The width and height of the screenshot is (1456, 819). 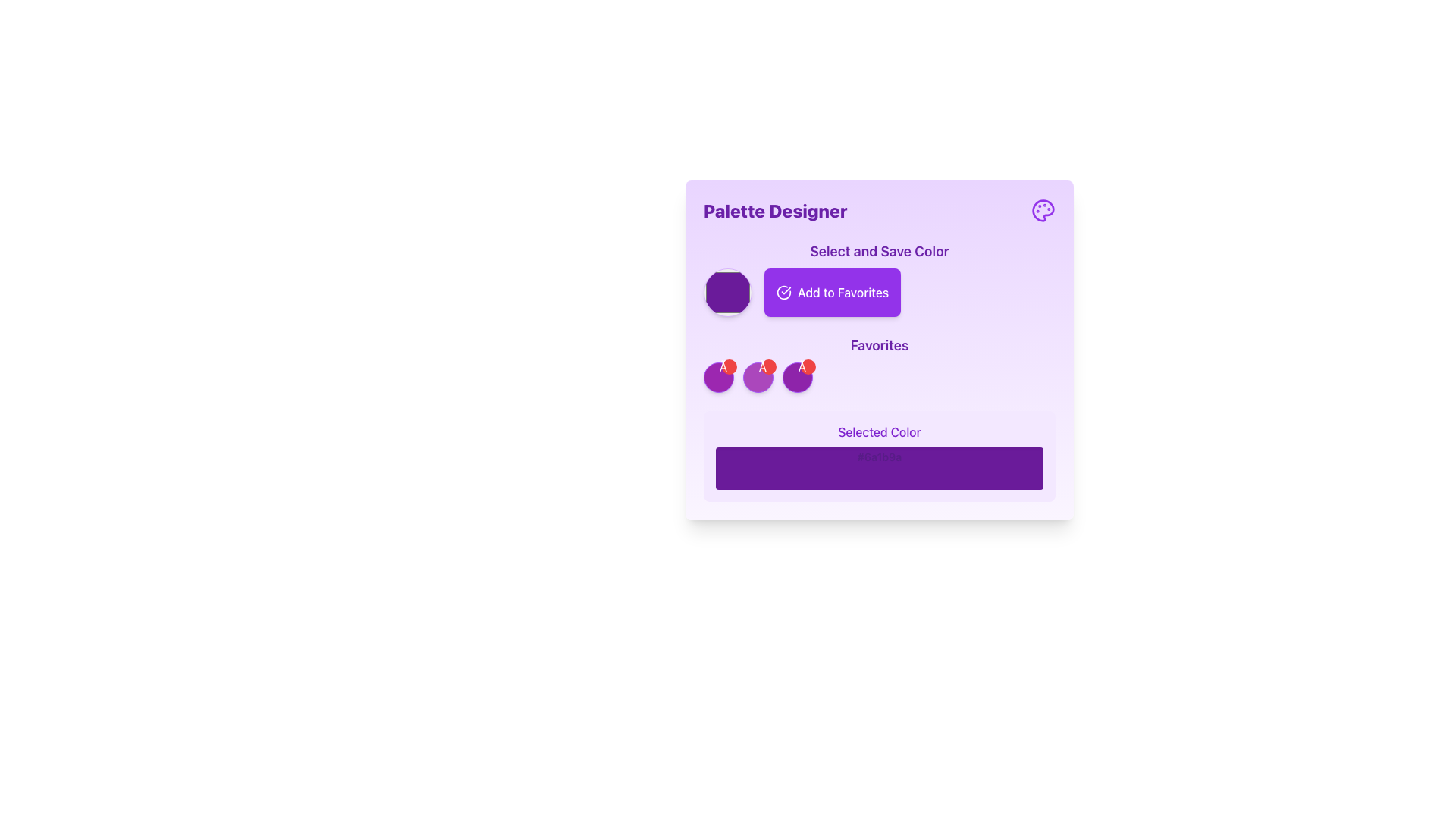 I want to click on informational header label that indicates the purpose of the associated controls for selecting and saving a color, so click(x=880, y=250).